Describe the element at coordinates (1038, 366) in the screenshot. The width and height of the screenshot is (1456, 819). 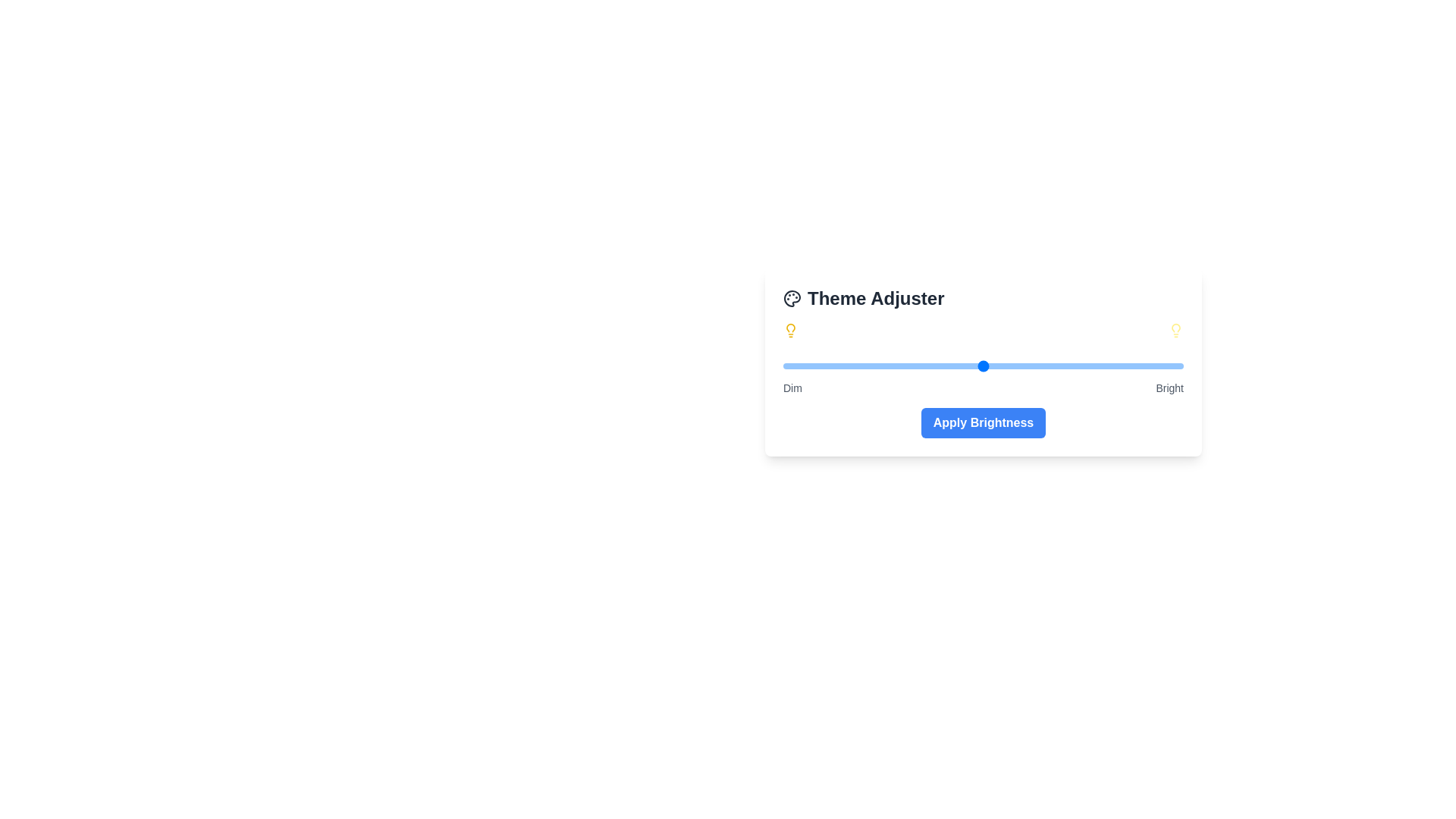
I see `the brightness slider to a specific value 64` at that location.